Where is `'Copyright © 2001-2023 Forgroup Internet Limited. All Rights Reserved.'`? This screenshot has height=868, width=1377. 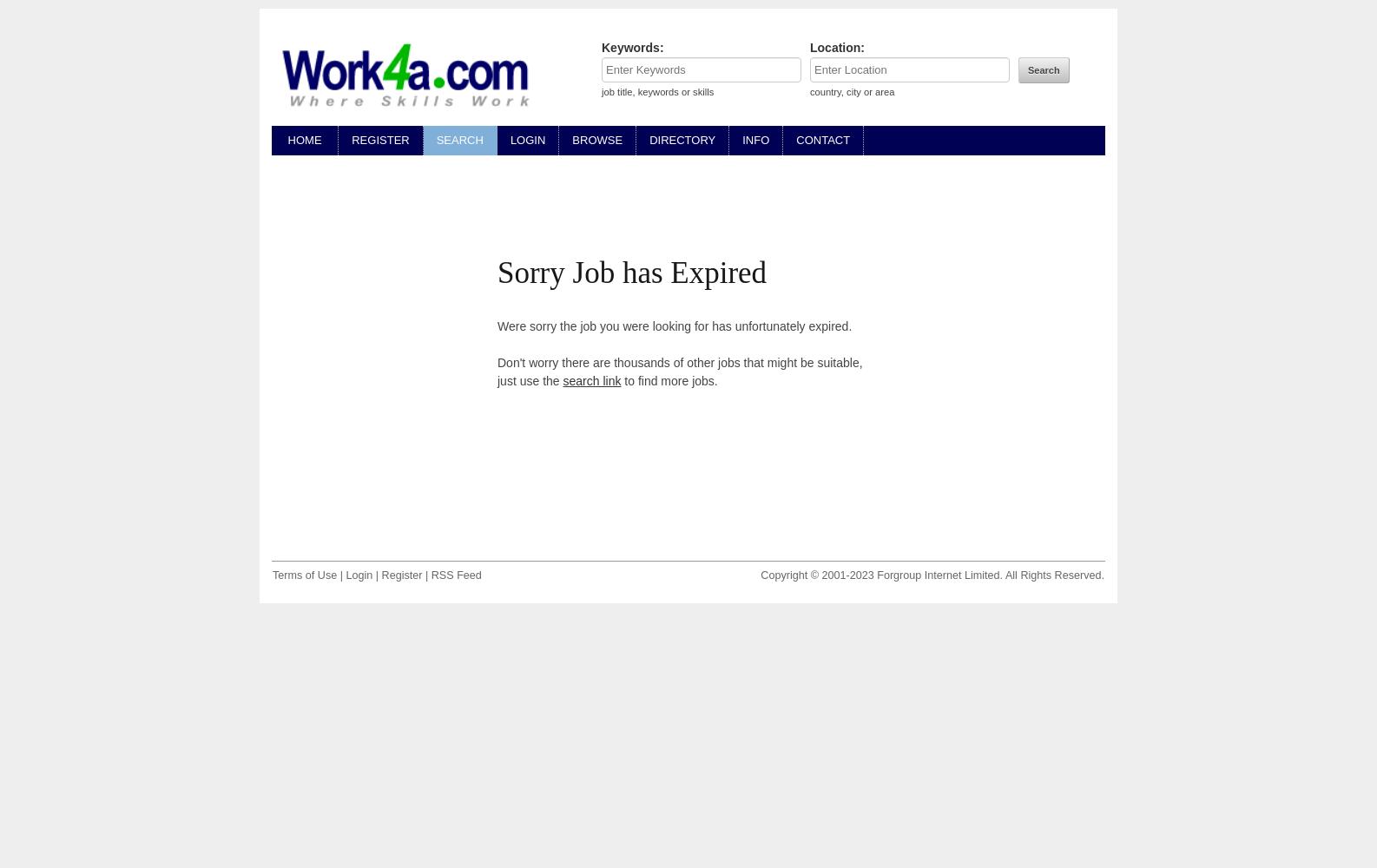
'Copyright © 2001-2023 Forgroup Internet Limited. All Rights Reserved.' is located at coordinates (759, 575).